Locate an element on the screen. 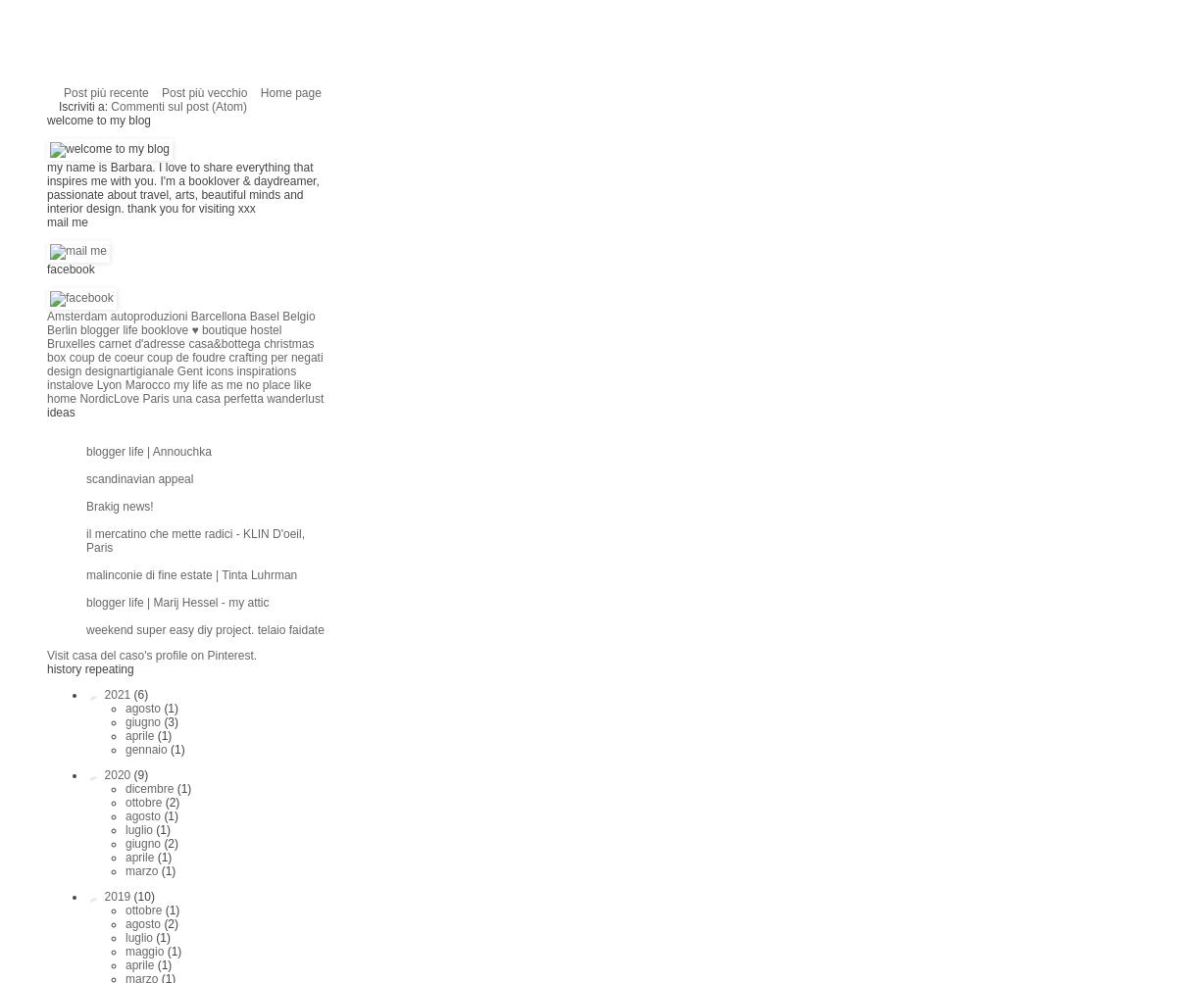 This screenshot has height=983, width=1204. 'instalove' is located at coordinates (70, 382).